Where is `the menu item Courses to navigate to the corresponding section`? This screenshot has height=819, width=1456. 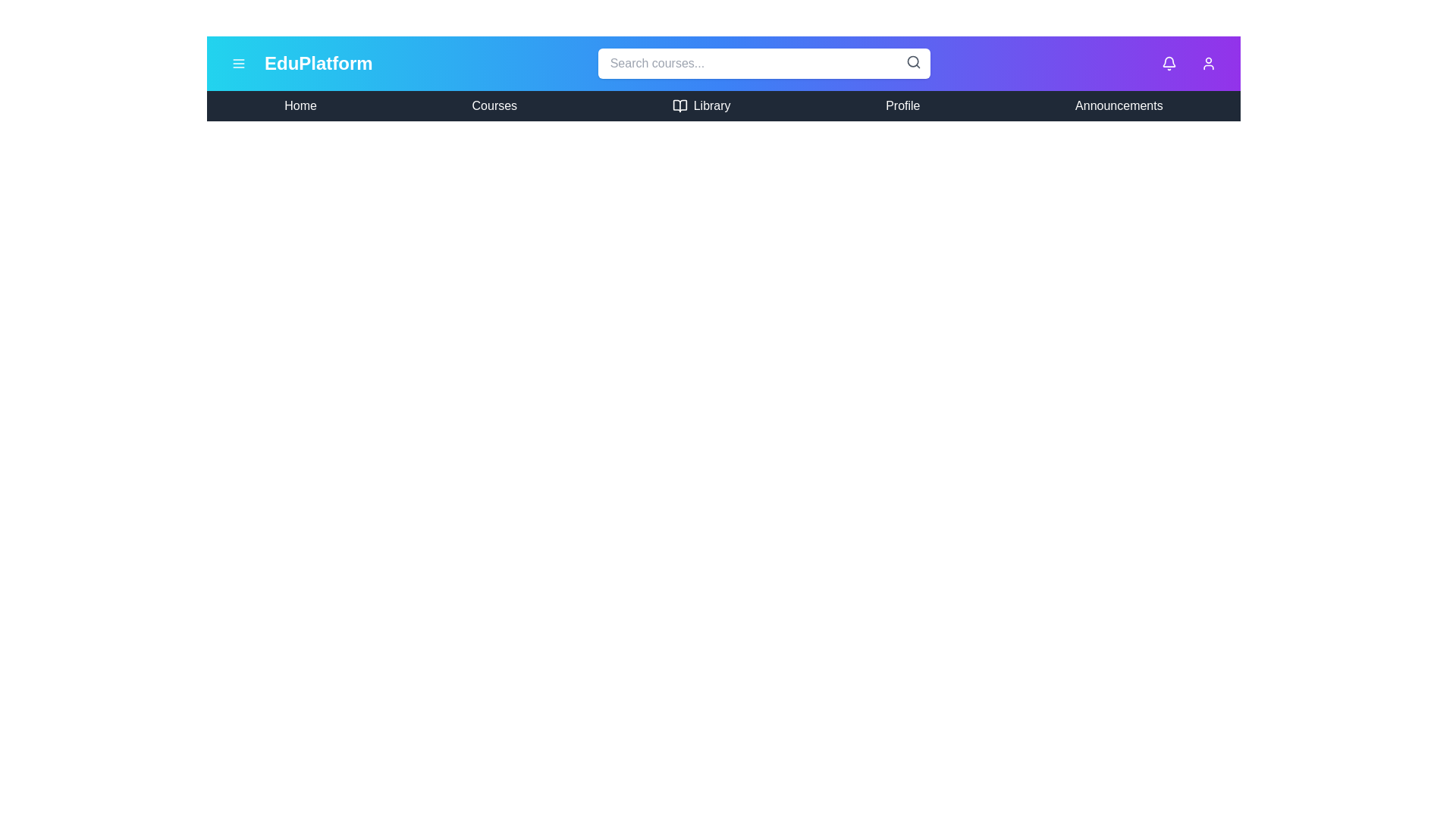
the menu item Courses to navigate to the corresponding section is located at coordinates (494, 105).